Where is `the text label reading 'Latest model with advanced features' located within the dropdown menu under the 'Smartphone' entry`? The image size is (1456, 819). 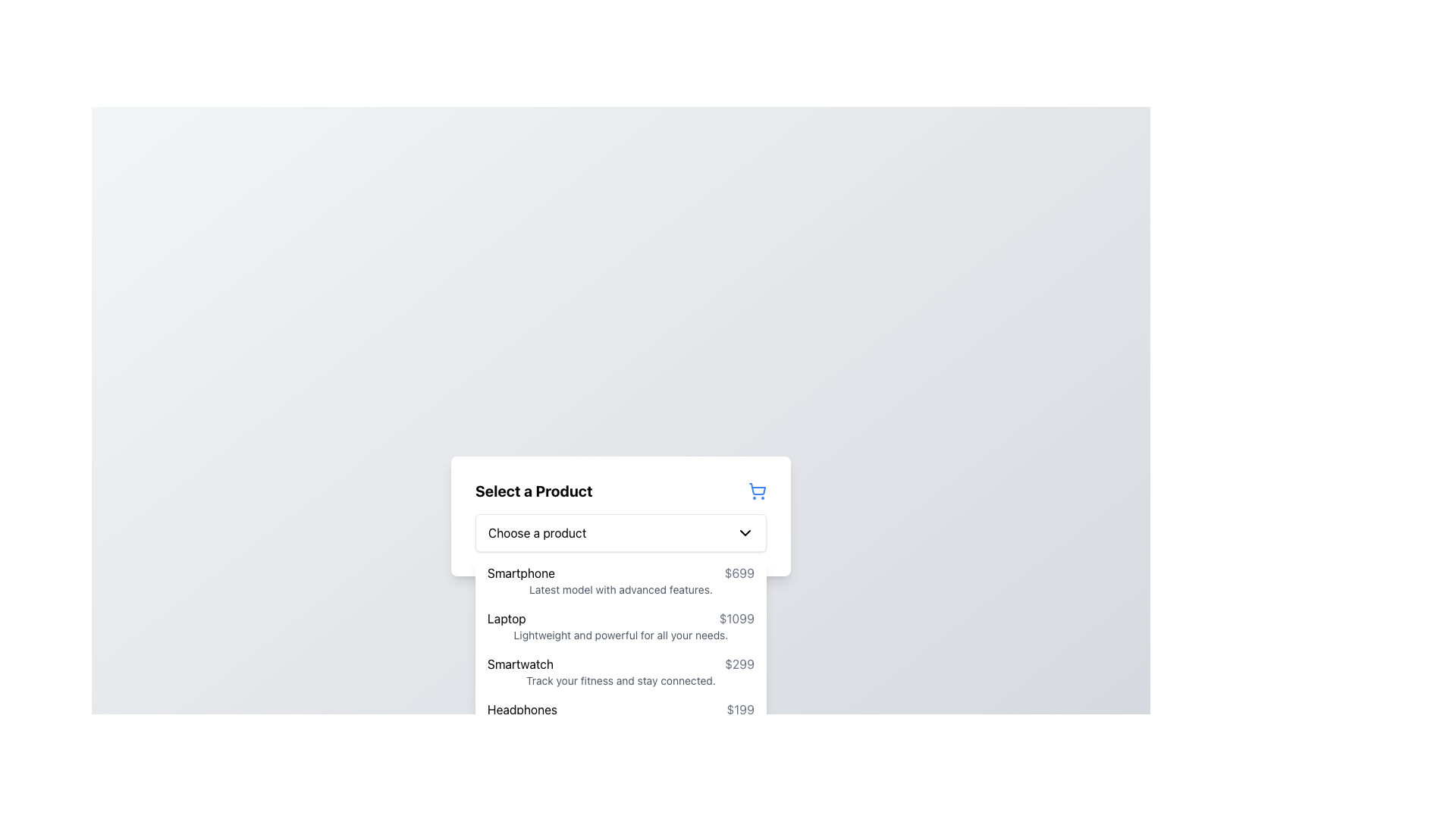
the text label reading 'Latest model with advanced features' located within the dropdown menu under the 'Smartphone' entry is located at coordinates (621, 589).